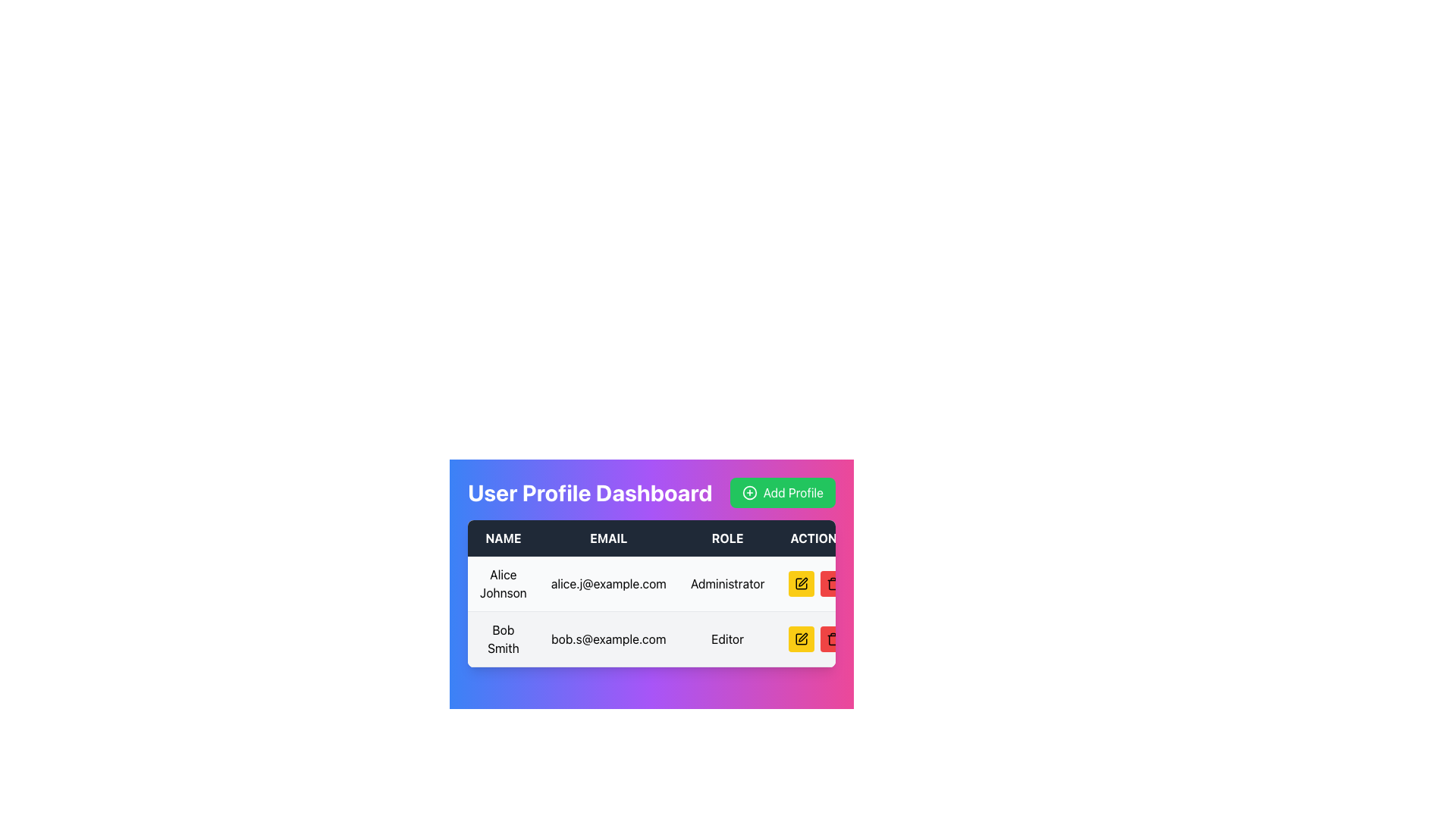 Image resolution: width=1456 pixels, height=819 pixels. What do you see at coordinates (801, 639) in the screenshot?
I see `the yellow edit icon button in the user profile table for 'Bob Smith'` at bounding box center [801, 639].